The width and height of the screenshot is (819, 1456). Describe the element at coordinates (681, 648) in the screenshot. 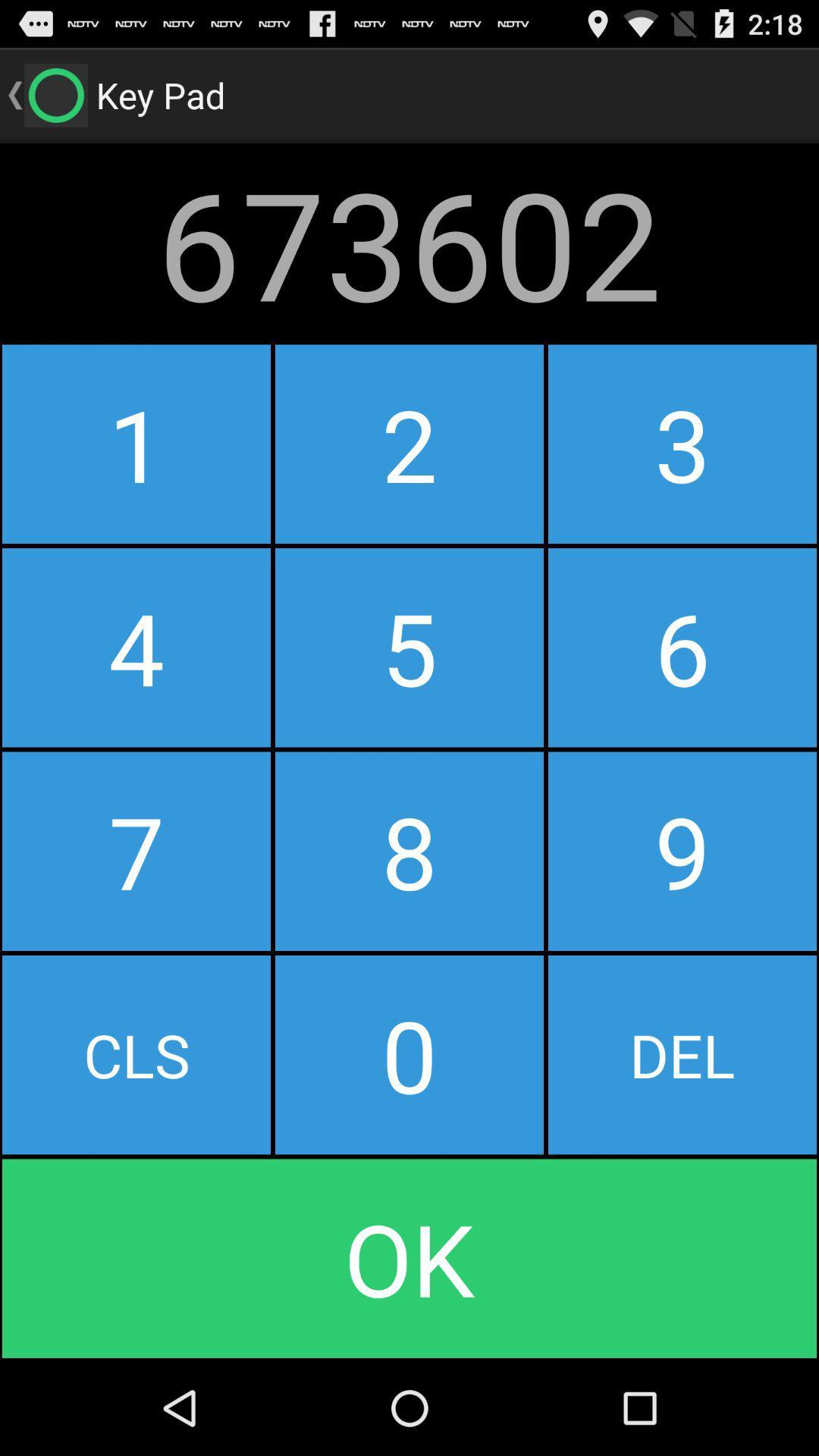

I see `icon below 2` at that location.